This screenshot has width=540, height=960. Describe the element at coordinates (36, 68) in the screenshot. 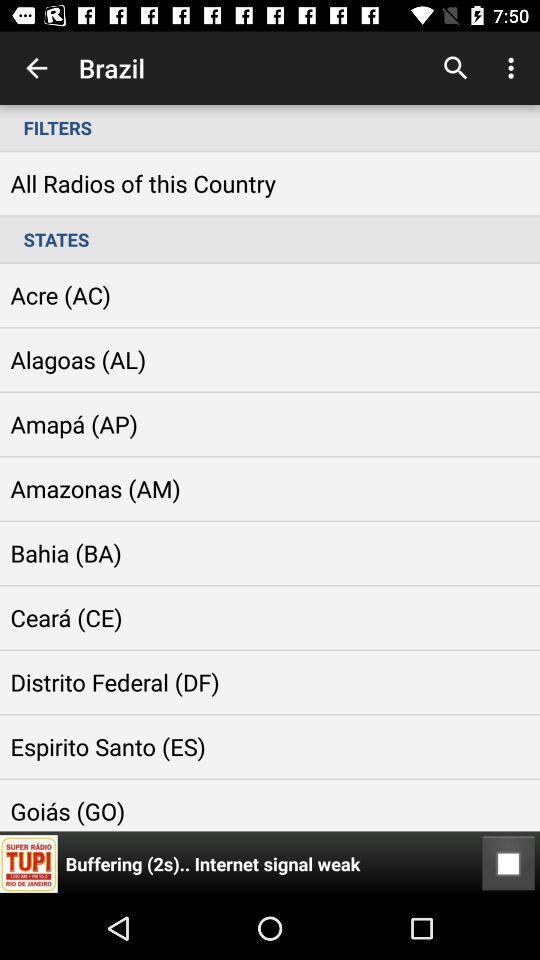

I see `the icon above filters` at that location.